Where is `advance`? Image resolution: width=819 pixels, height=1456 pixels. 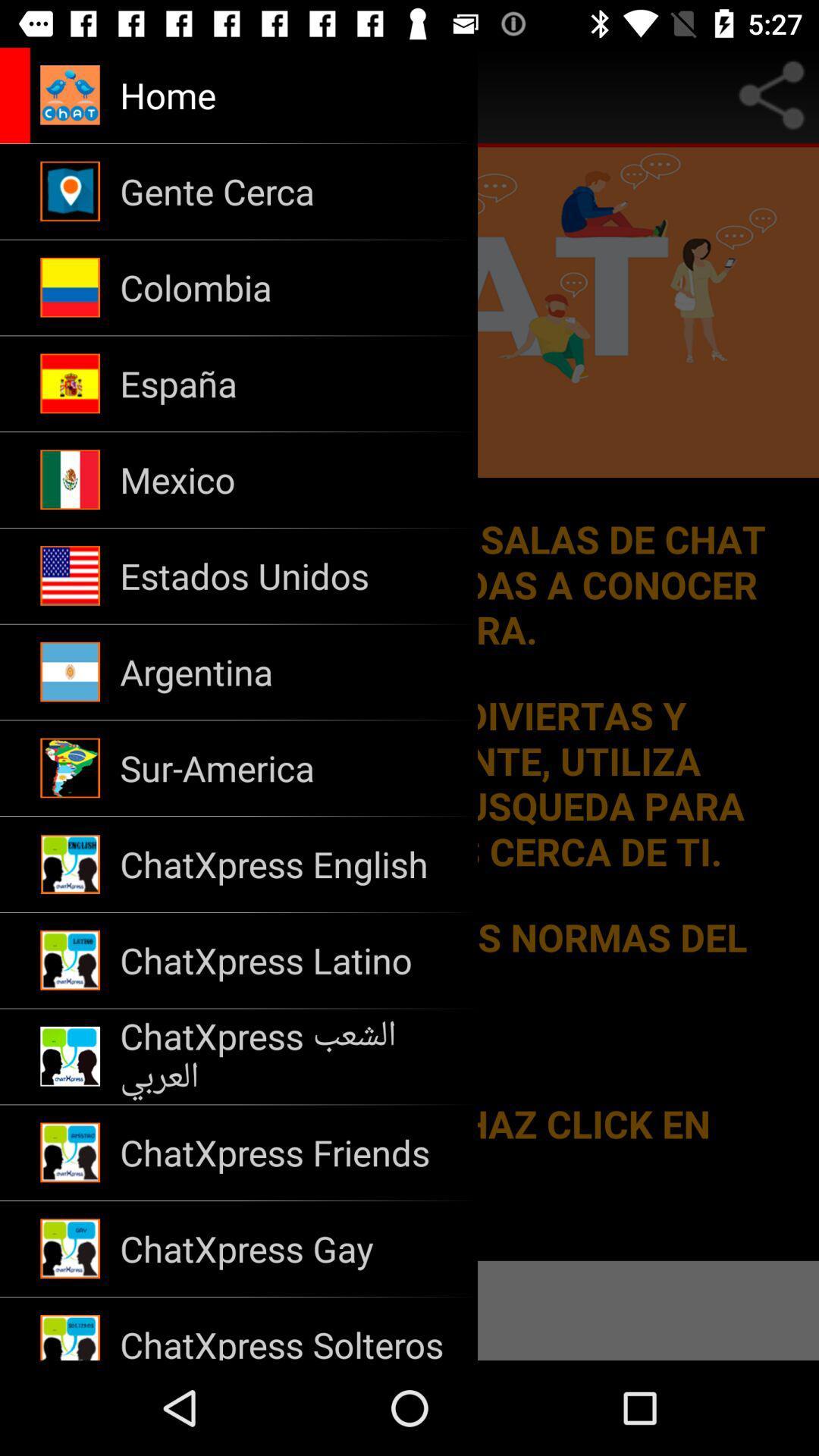
advance is located at coordinates (20, 94).